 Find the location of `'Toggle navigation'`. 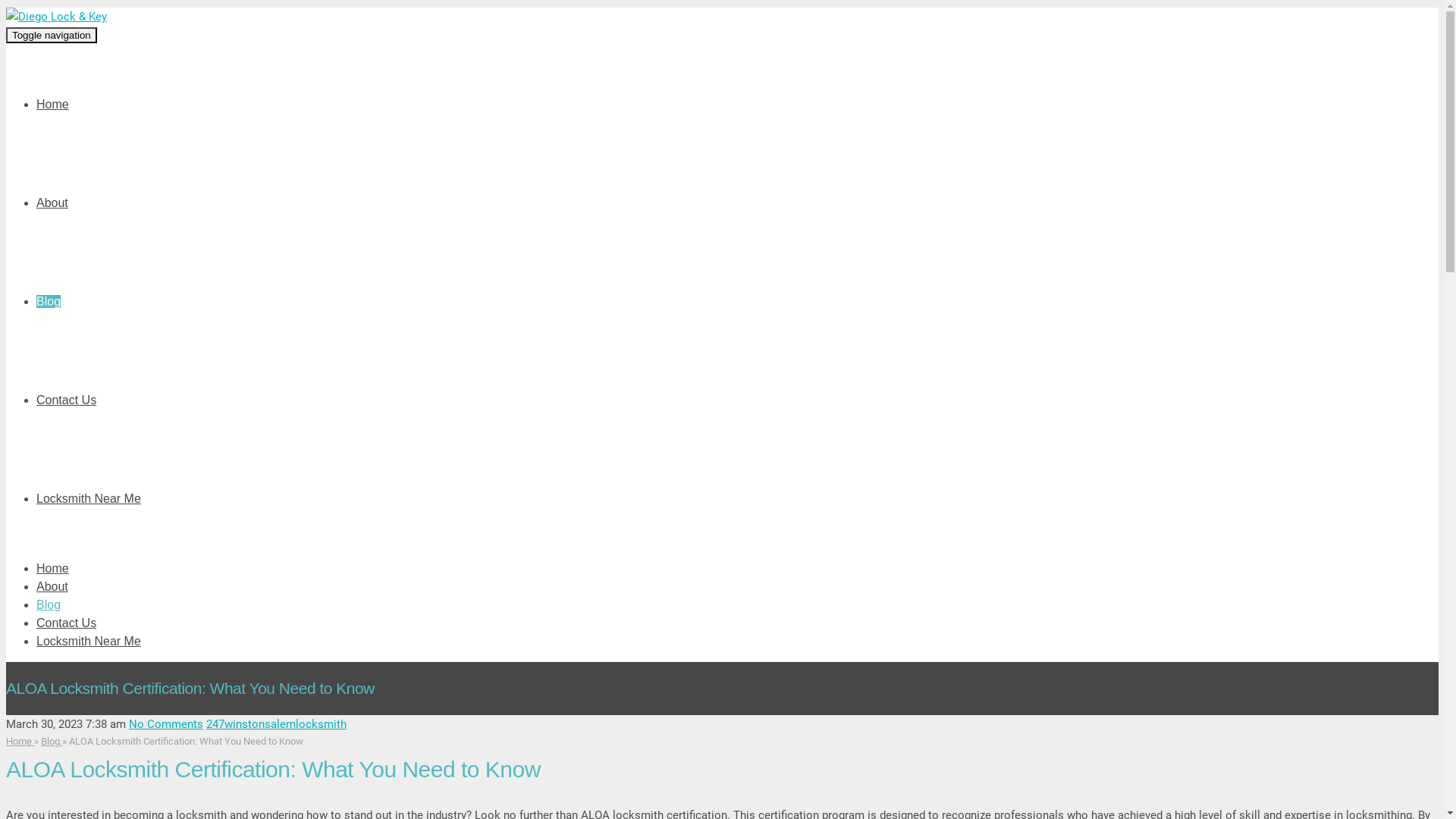

'Toggle navigation' is located at coordinates (51, 34).